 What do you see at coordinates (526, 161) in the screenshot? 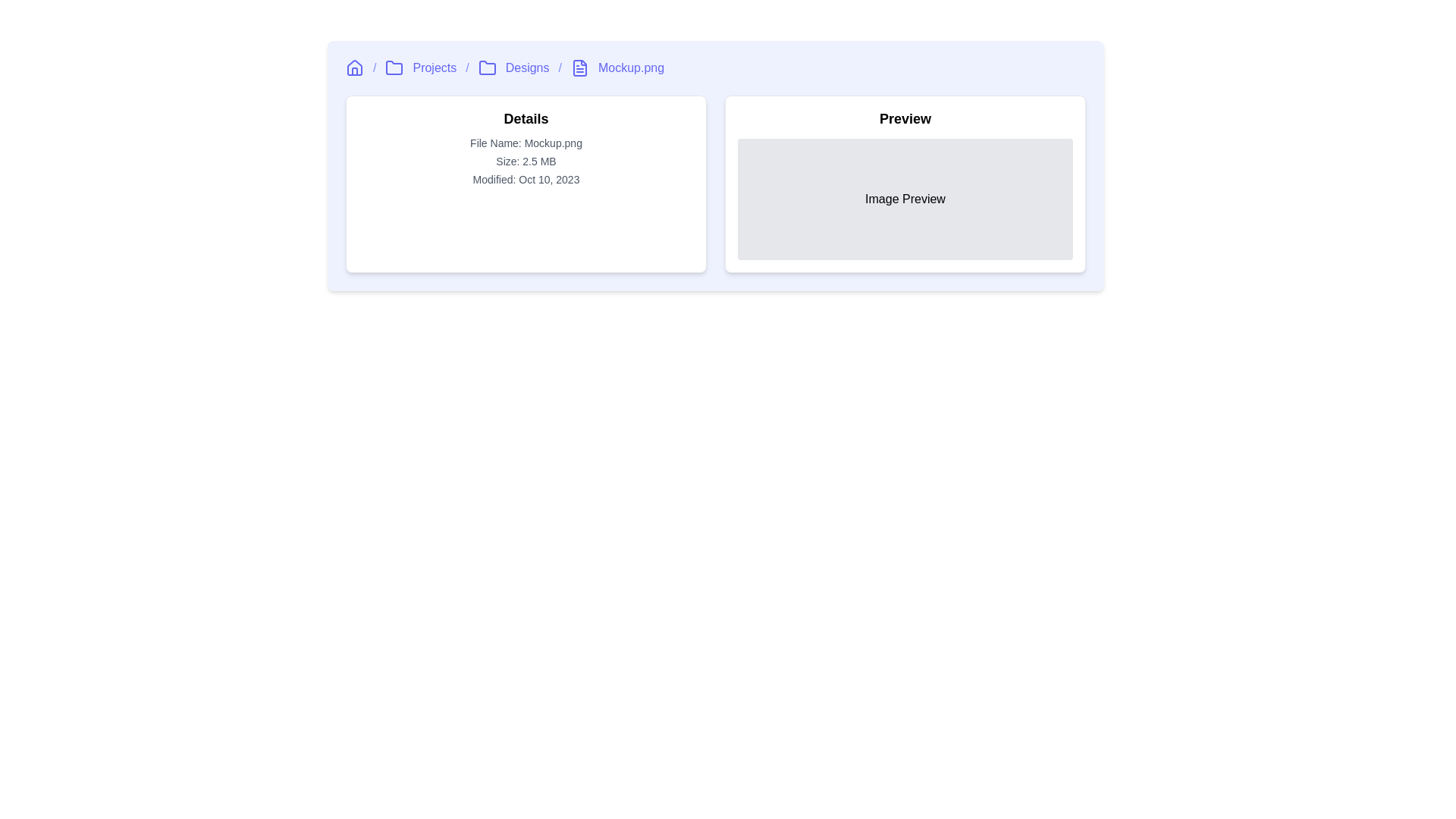
I see `the text display element showing 'Size: 2.5 MB', which is located below 'File Name: Mockup.png' and above 'Modified: Oct 10, 2023'` at bounding box center [526, 161].